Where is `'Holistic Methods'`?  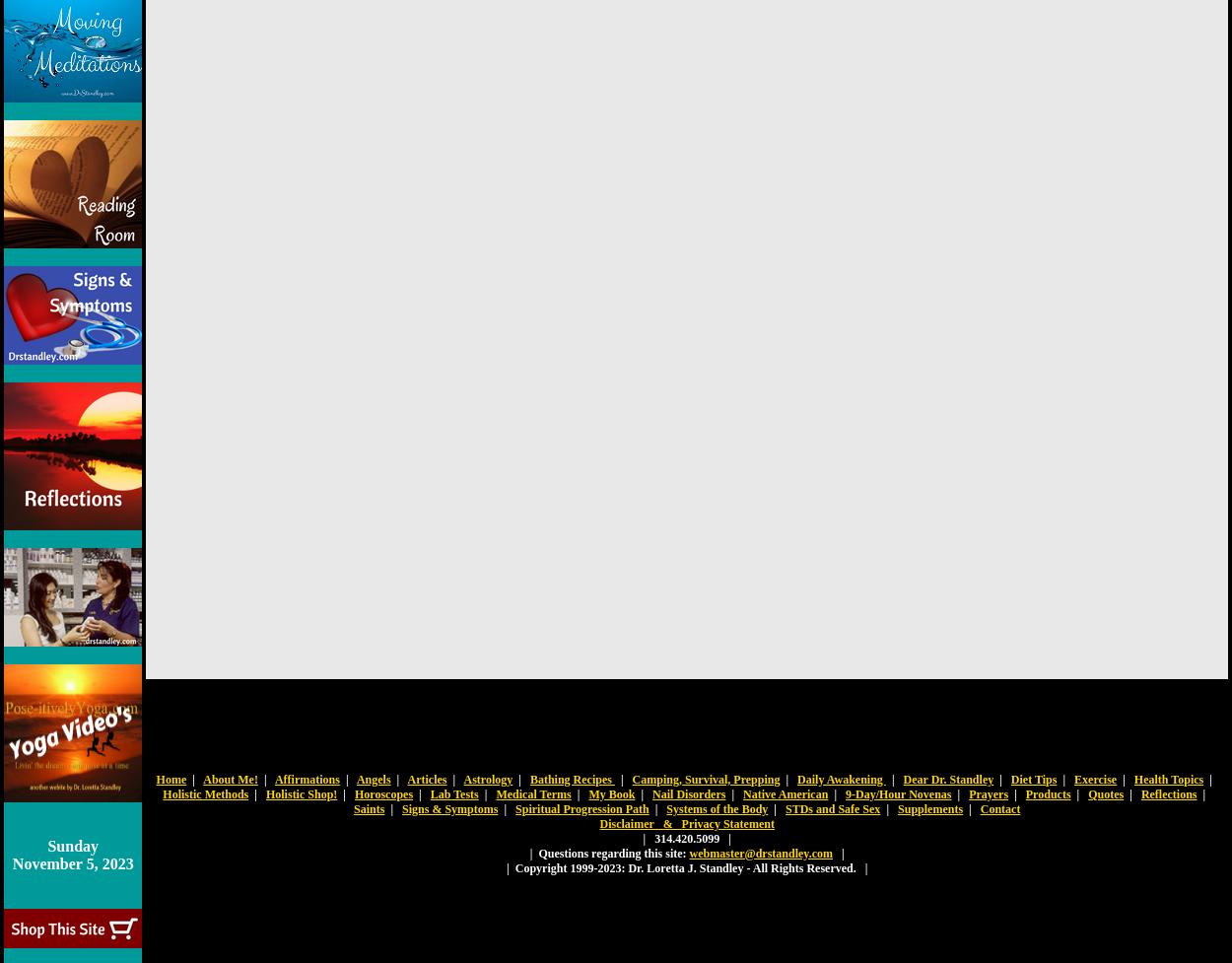
'Holistic Methods' is located at coordinates (163, 793).